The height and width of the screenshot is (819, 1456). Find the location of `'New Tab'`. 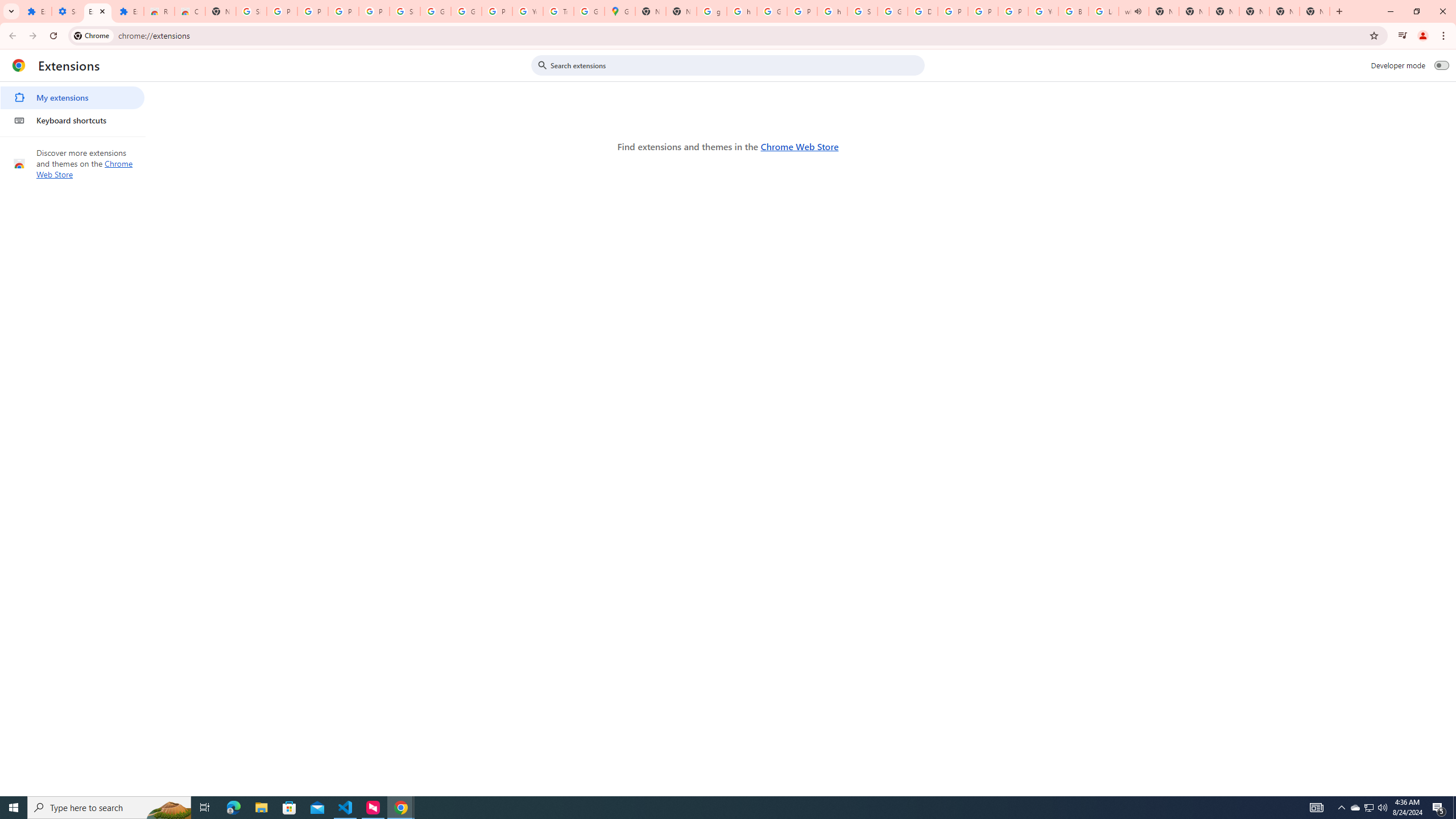

'New Tab' is located at coordinates (1314, 11).